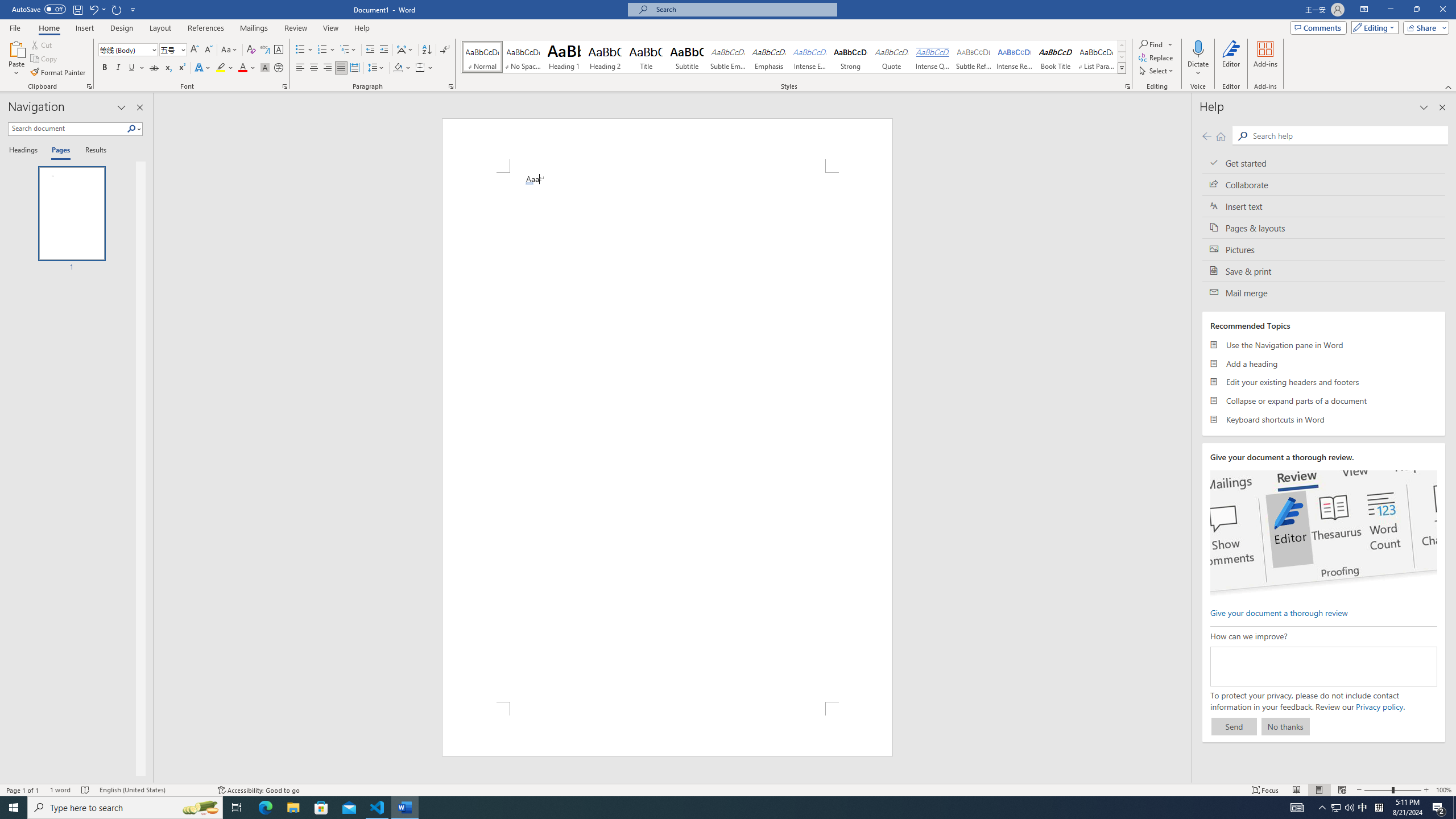  I want to click on 'Pages & layouts', so click(1323, 228).